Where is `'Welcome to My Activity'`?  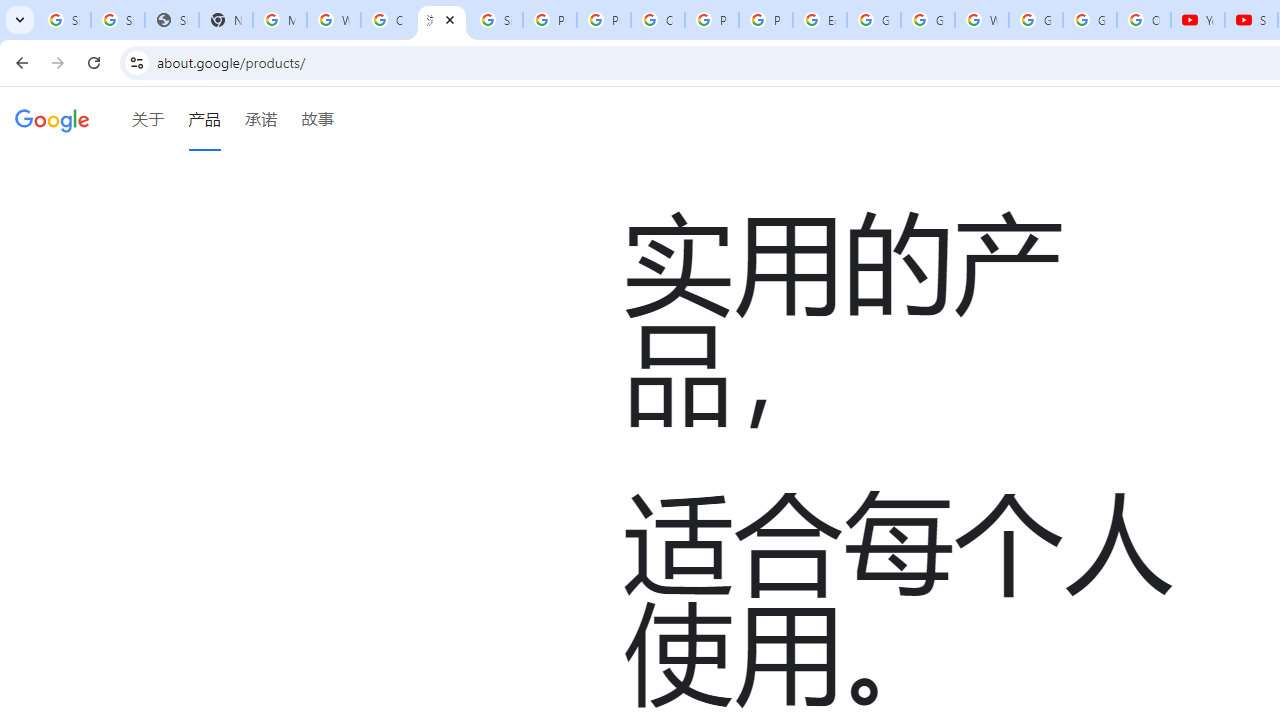 'Welcome to My Activity' is located at coordinates (981, 20).